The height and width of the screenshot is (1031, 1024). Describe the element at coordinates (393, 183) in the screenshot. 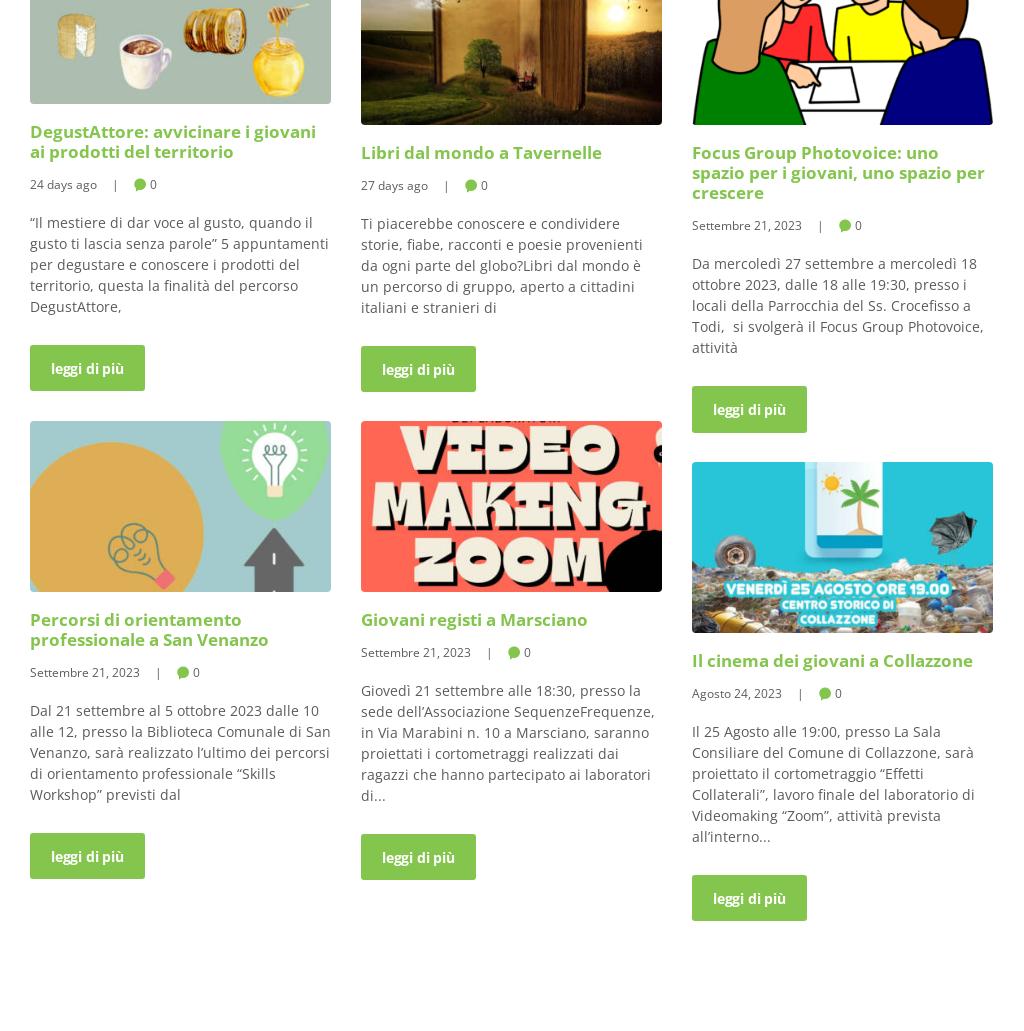

I see `'27 days ago'` at that location.